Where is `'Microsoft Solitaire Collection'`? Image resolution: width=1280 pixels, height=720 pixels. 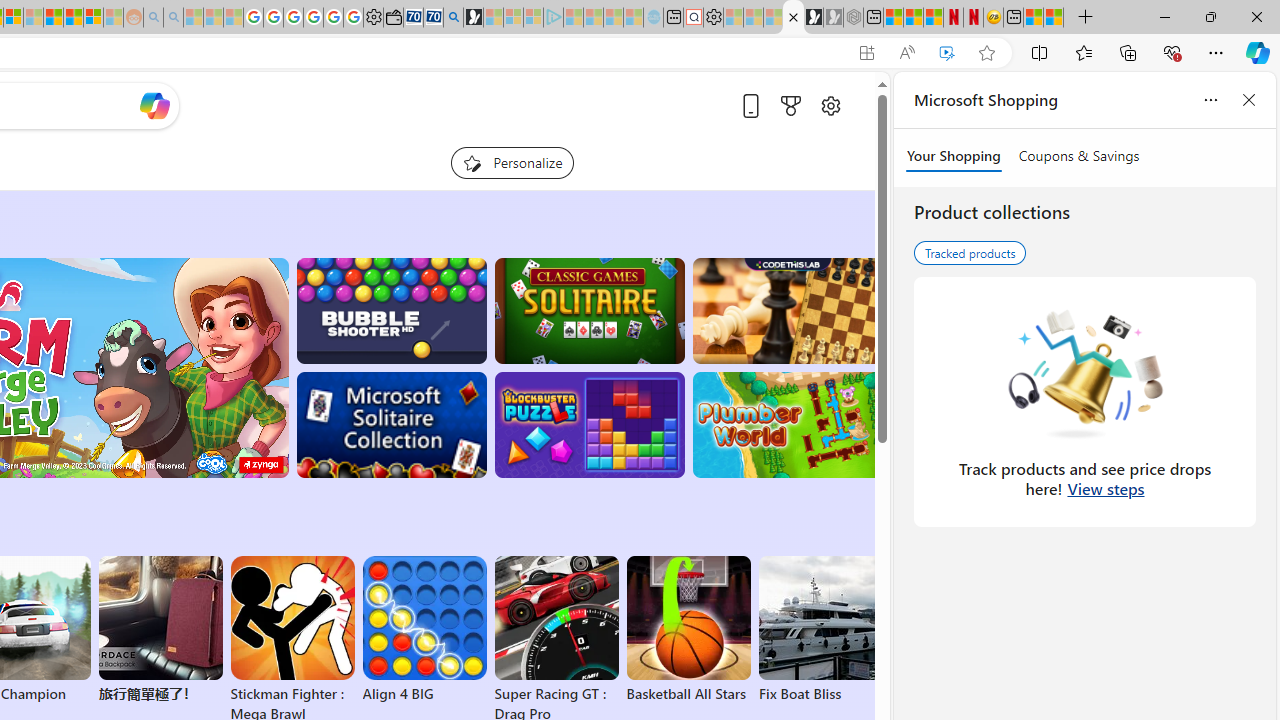
'Microsoft Solitaire Collection' is located at coordinates (391, 424).